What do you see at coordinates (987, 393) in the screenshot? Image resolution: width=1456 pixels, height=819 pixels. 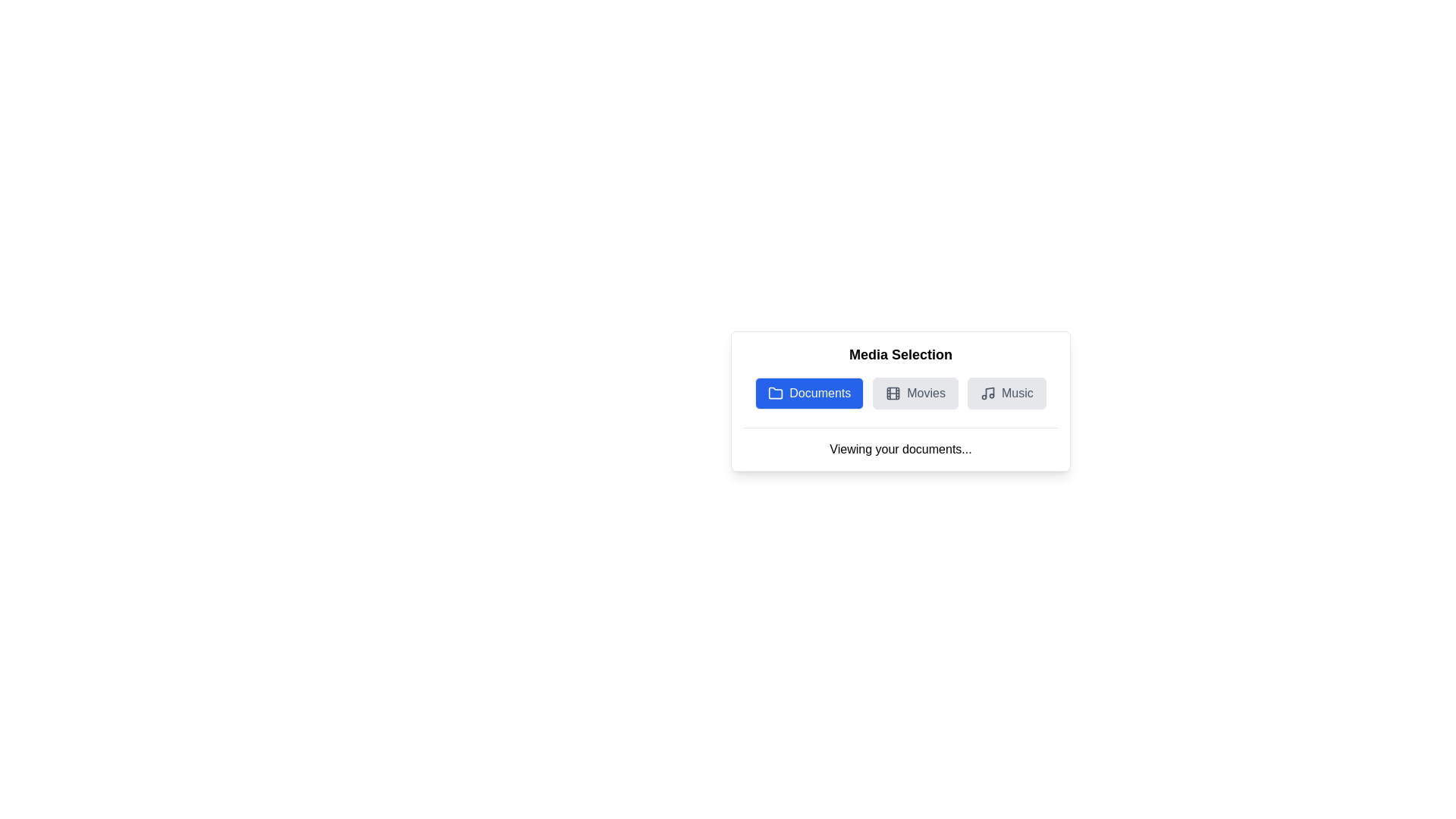 I see `the music icon, which is a dark gray musical note located inside the 'Music' button, the third button in a horizontal group of options` at bounding box center [987, 393].